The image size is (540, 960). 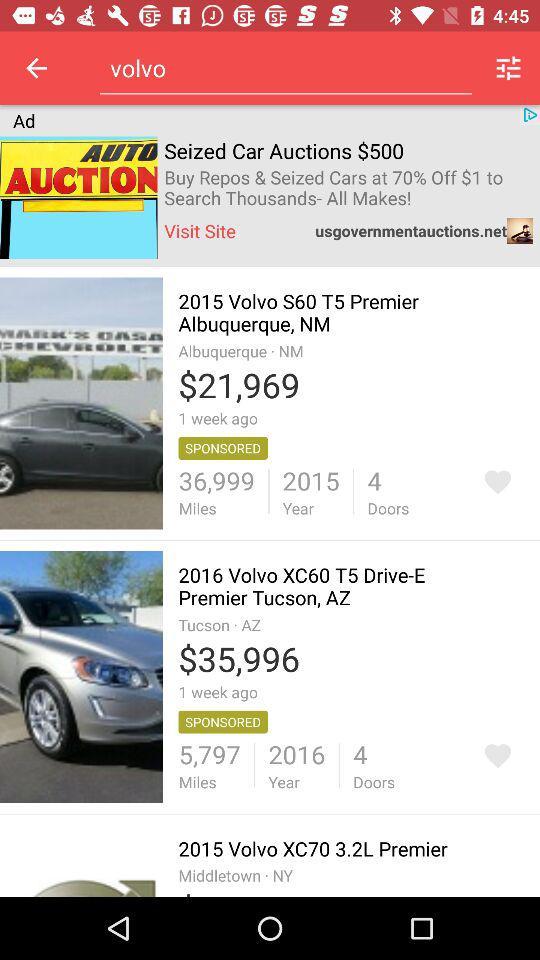 I want to click on item next to volvo, so click(x=508, y=68).